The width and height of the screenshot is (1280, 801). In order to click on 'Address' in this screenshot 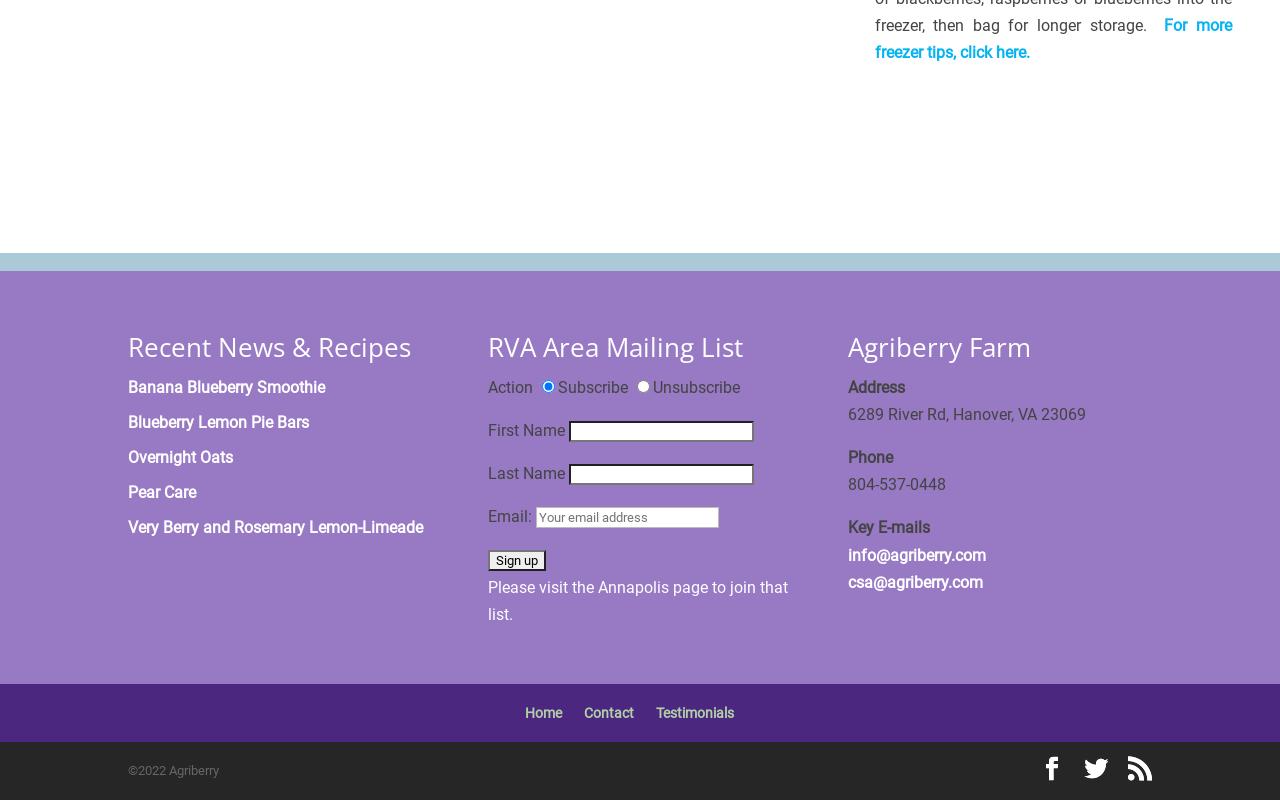, I will do `click(876, 386)`.